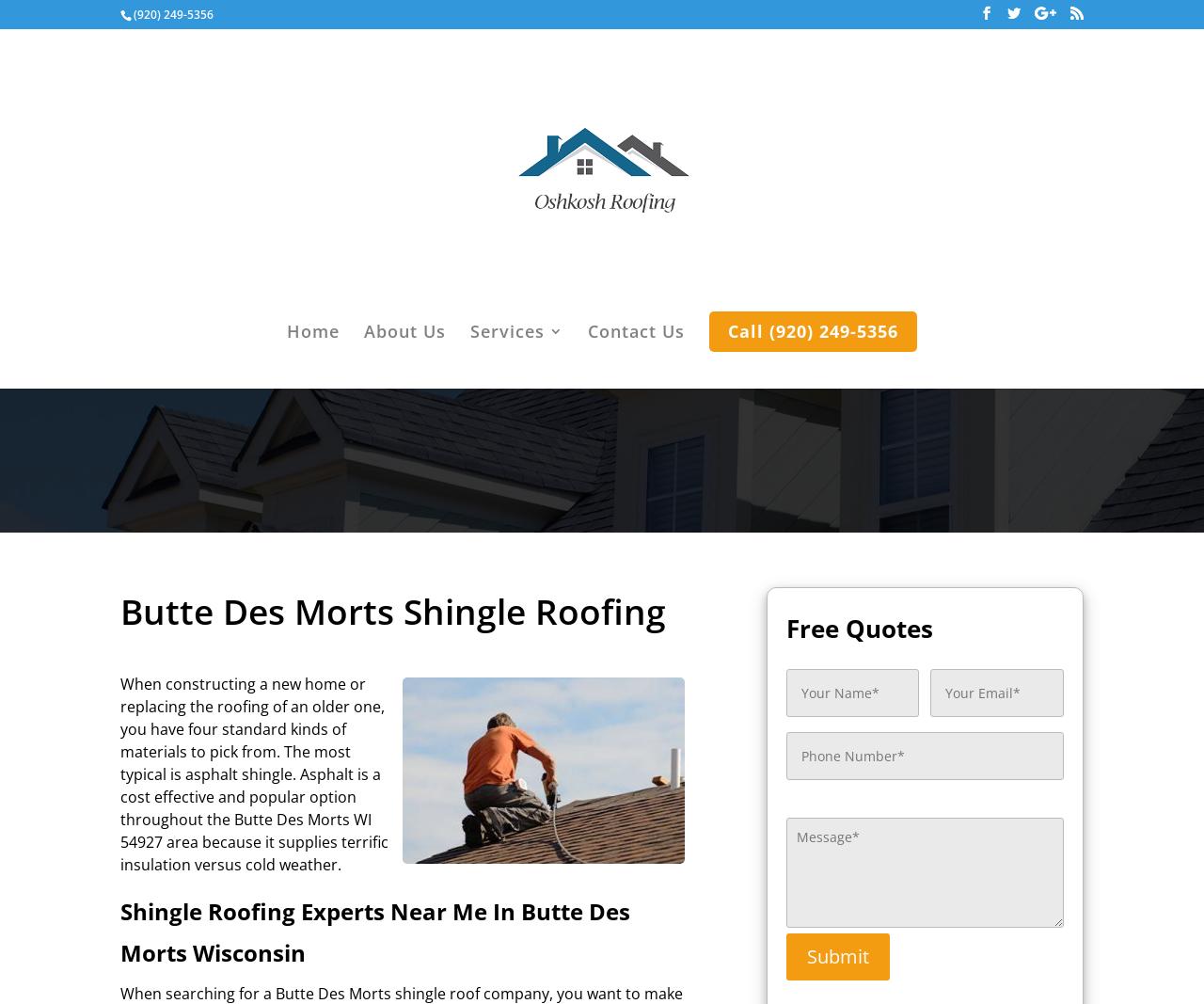 The height and width of the screenshot is (1004, 1204). I want to click on '(920) 249-5356', so click(173, 13).